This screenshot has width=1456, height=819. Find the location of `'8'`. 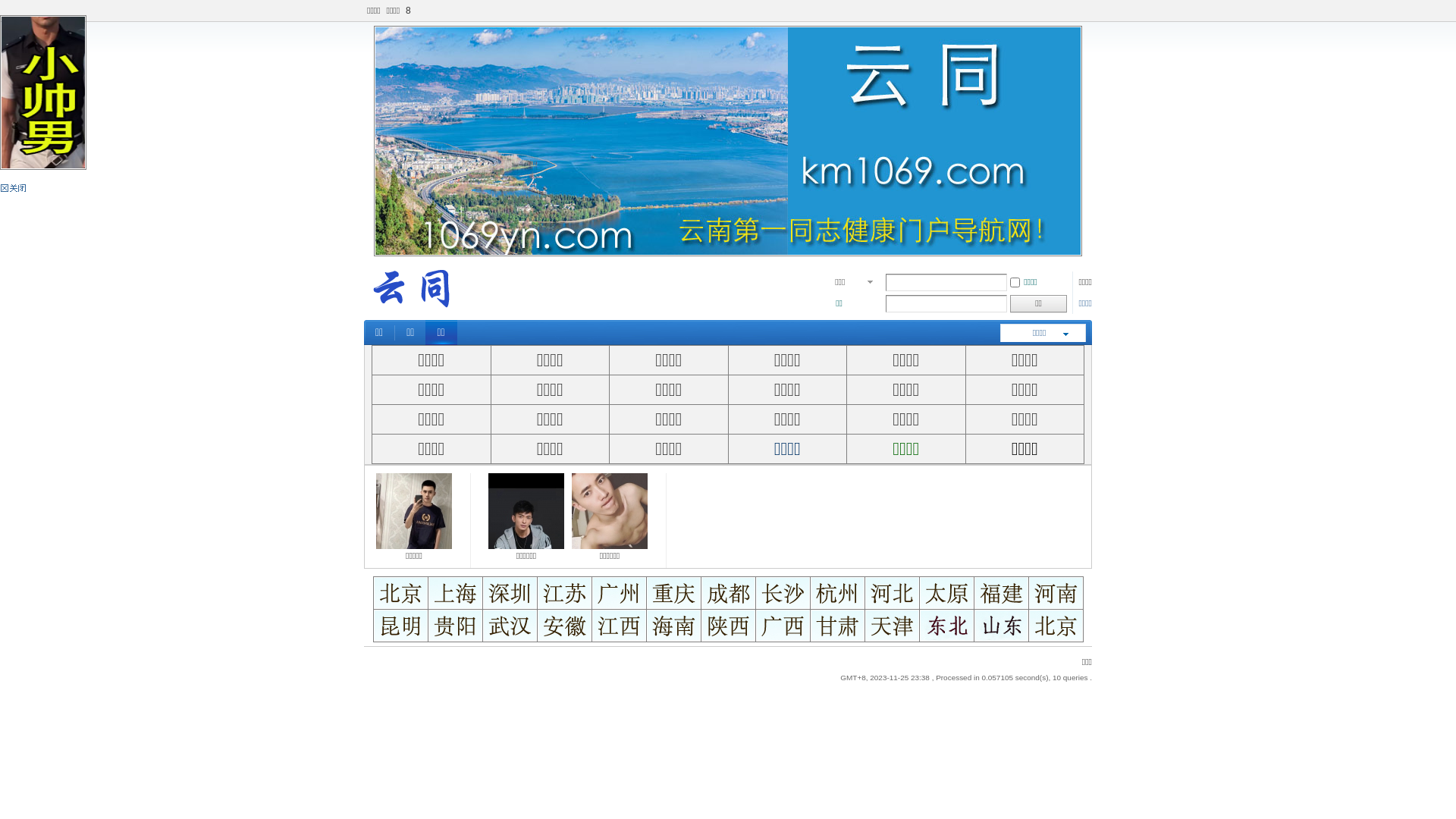

'8' is located at coordinates (408, 11).